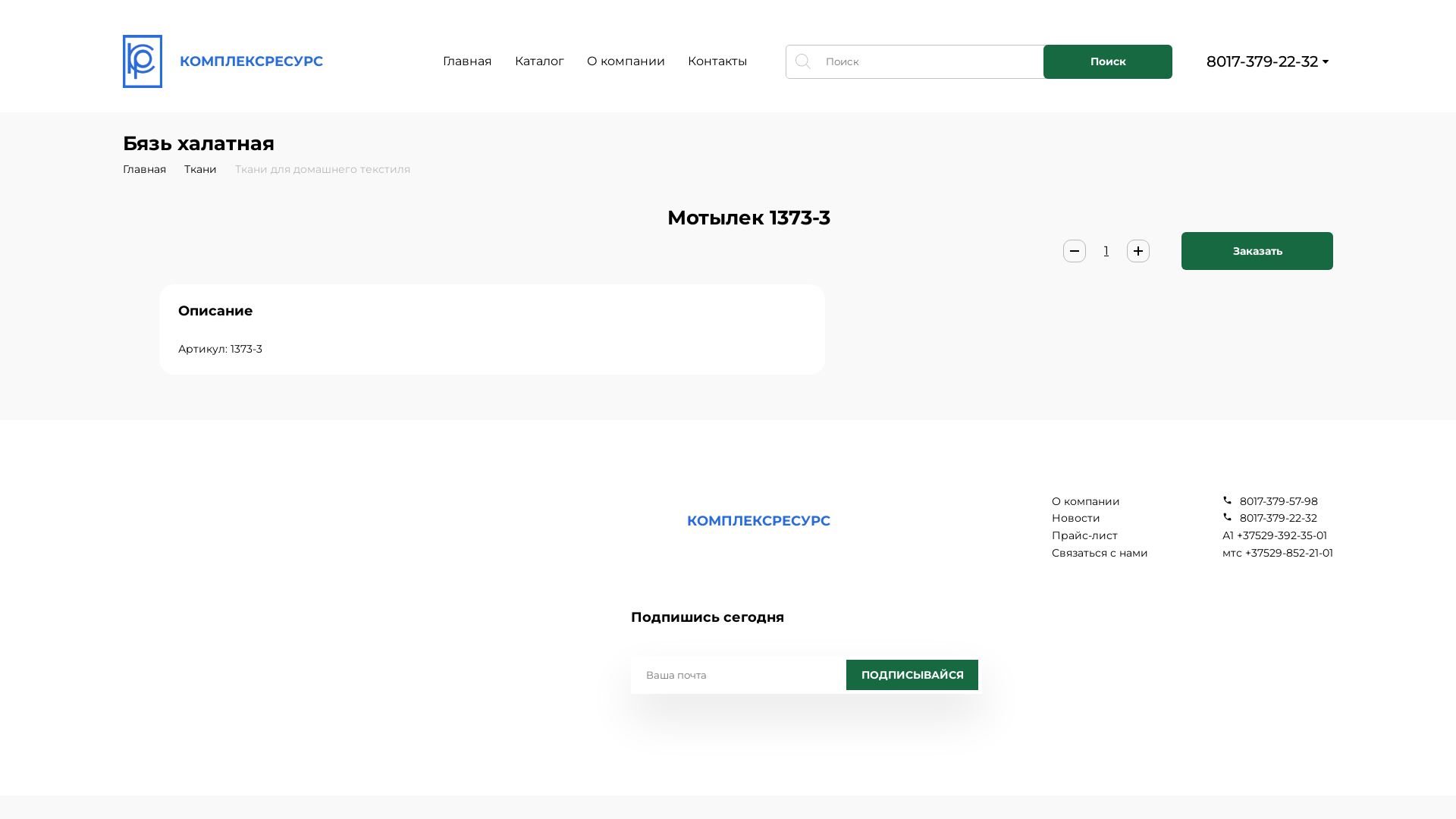 The height and width of the screenshot is (819, 1456). I want to click on '8017-379-22-32', so click(1262, 60).